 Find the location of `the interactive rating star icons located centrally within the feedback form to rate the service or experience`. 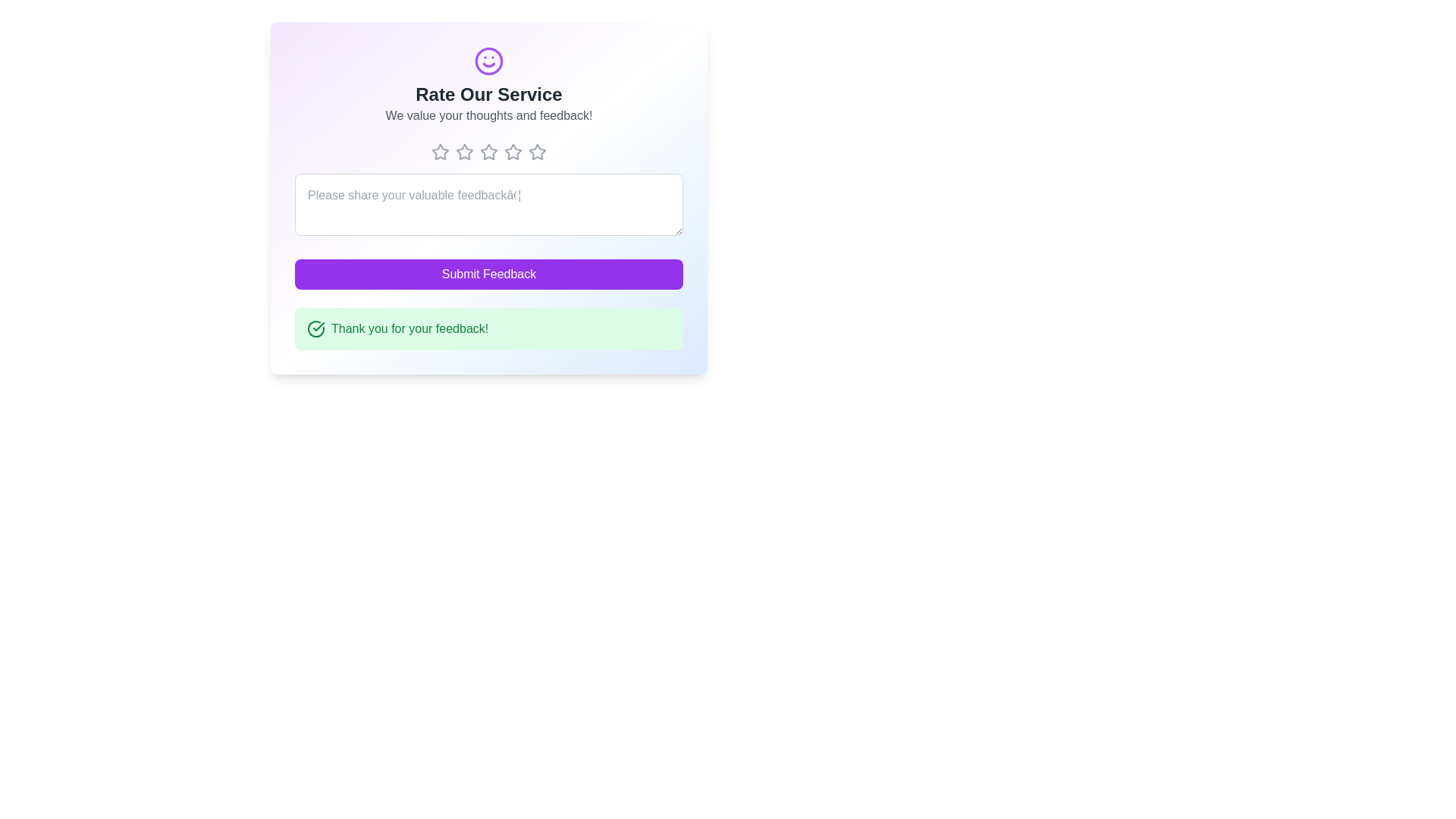

the interactive rating star icons located centrally within the feedback form to rate the service or experience is located at coordinates (488, 152).